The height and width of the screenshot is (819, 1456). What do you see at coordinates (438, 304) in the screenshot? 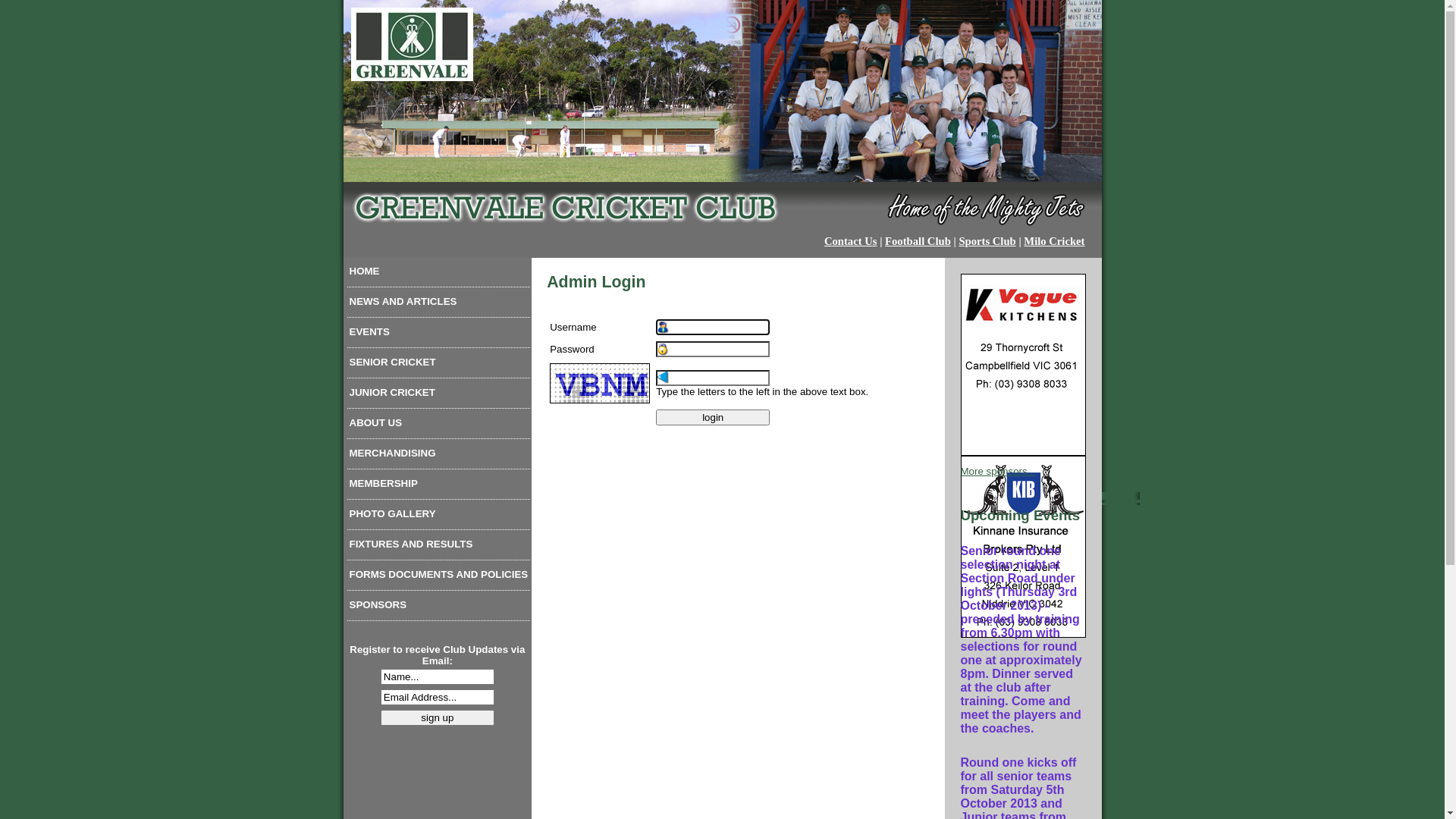
I see `'NEWS AND ARTICLES'` at bounding box center [438, 304].